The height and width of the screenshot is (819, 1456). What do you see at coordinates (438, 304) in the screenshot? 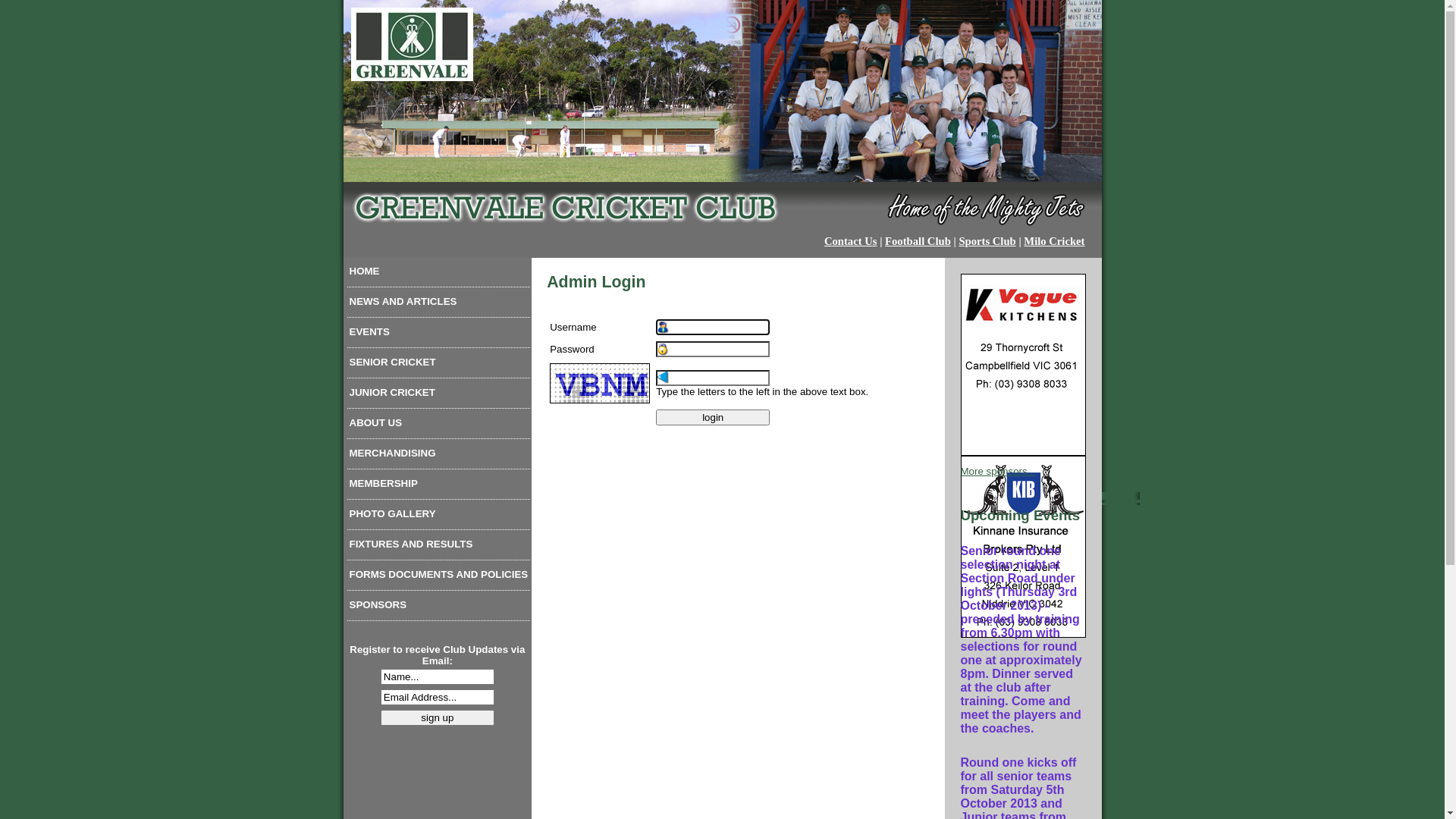
I see `'NEWS AND ARTICLES'` at bounding box center [438, 304].